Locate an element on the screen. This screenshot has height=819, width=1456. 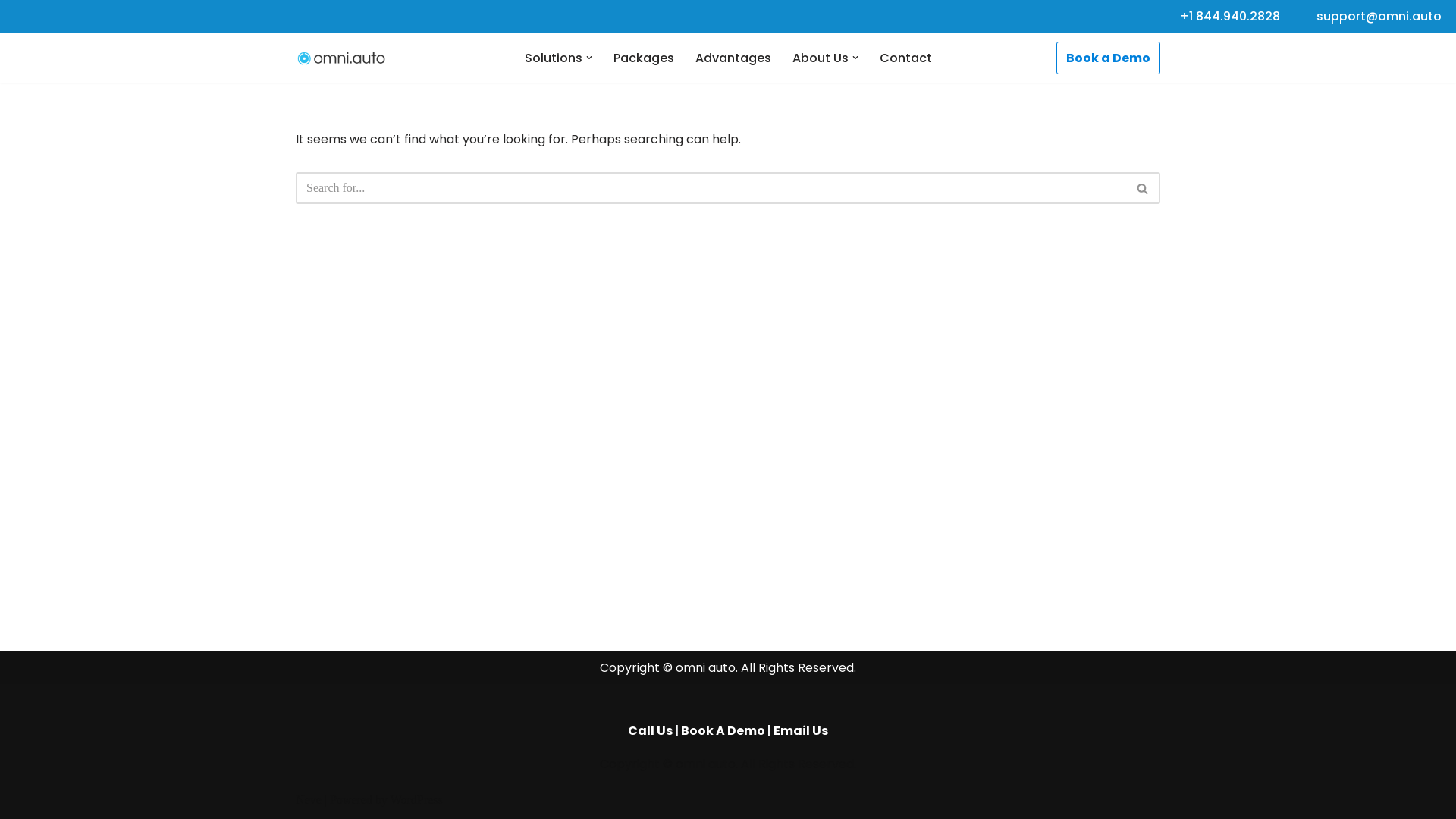
'Call Us' is located at coordinates (628, 730).